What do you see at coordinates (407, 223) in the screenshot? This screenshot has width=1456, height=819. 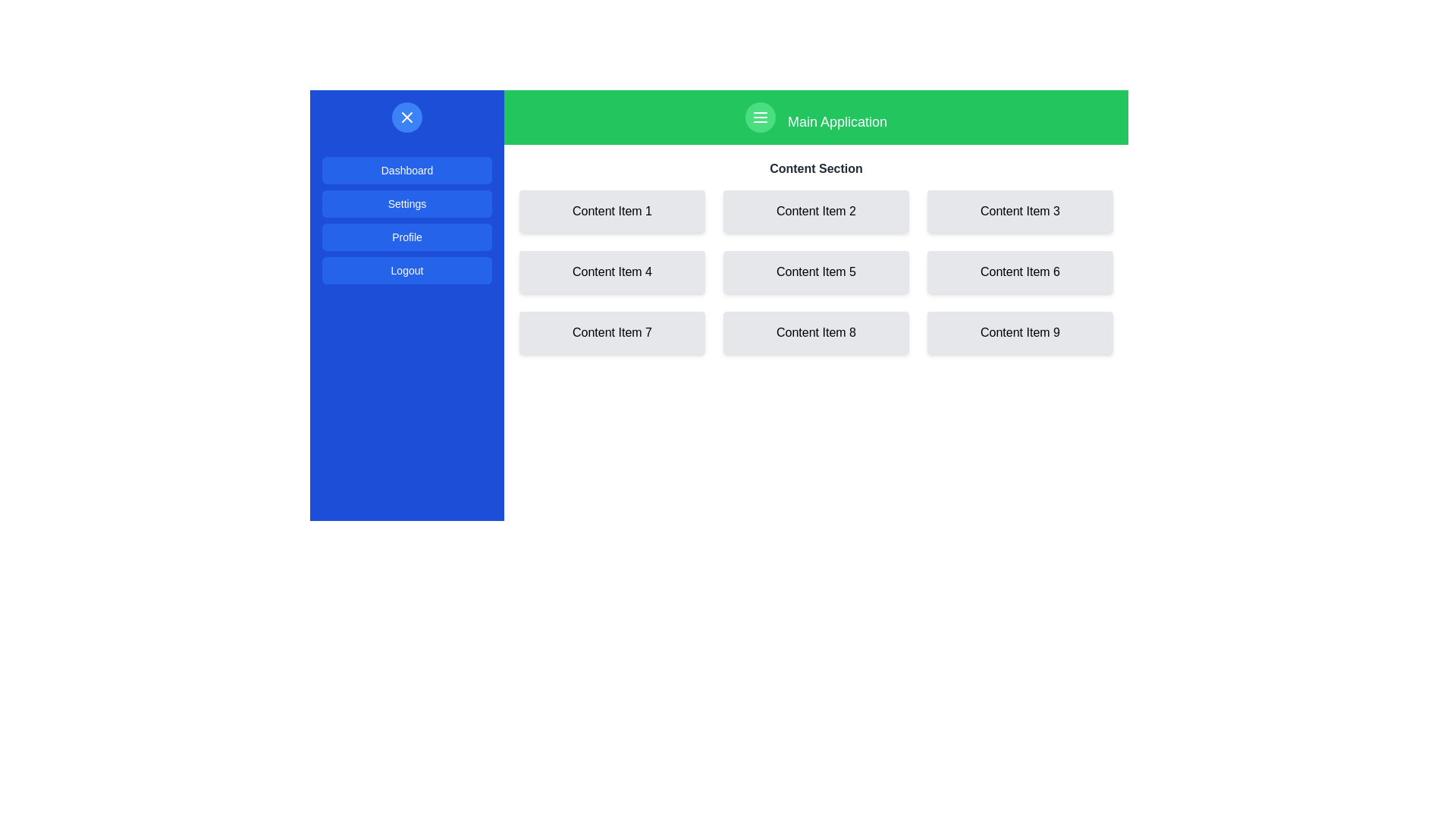 I see `the 'Profile' button in the left sidebar` at bounding box center [407, 223].